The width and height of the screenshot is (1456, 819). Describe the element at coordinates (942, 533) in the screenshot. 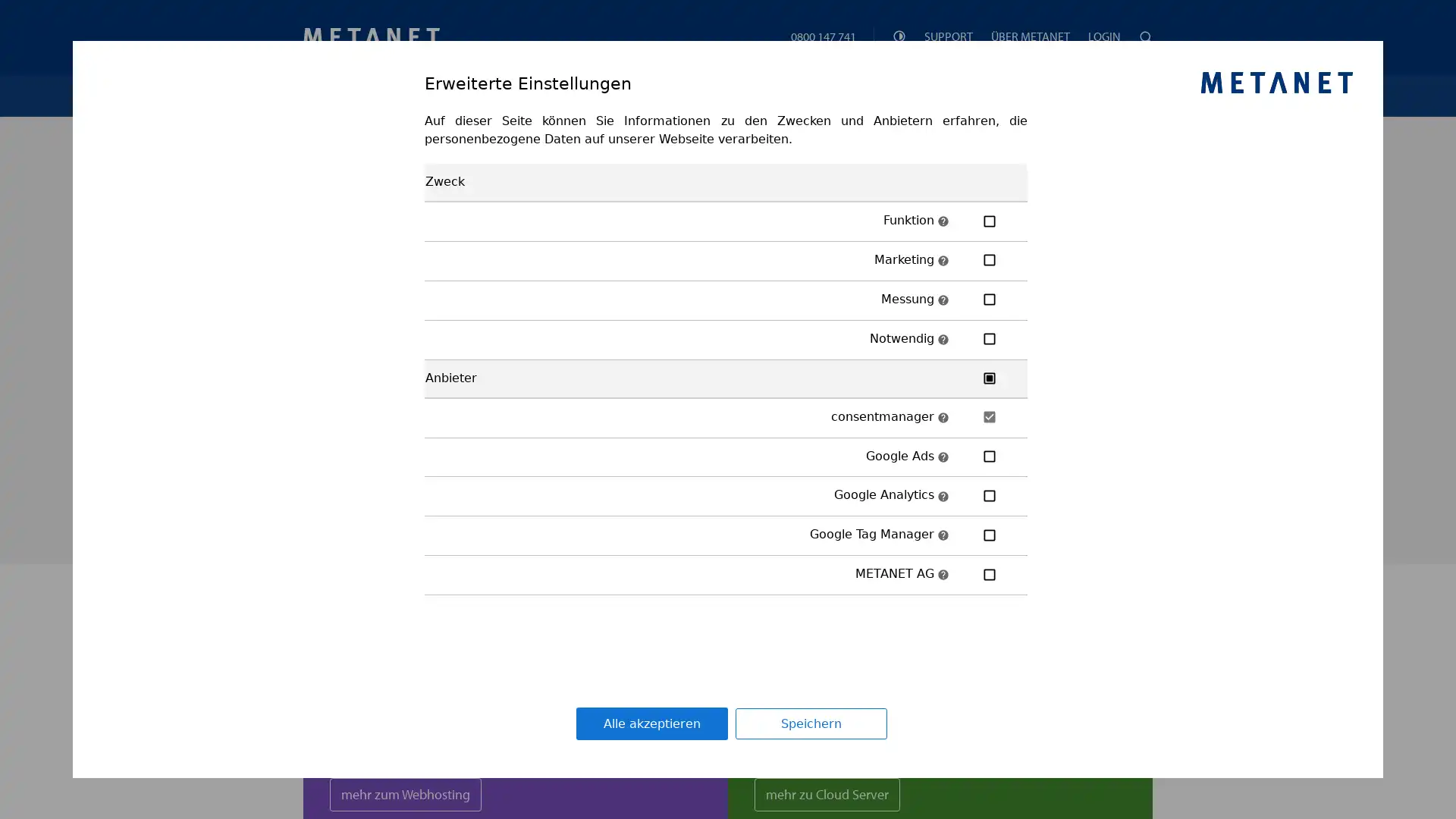

I see `Beschreibung: Google Tag Manager` at that location.